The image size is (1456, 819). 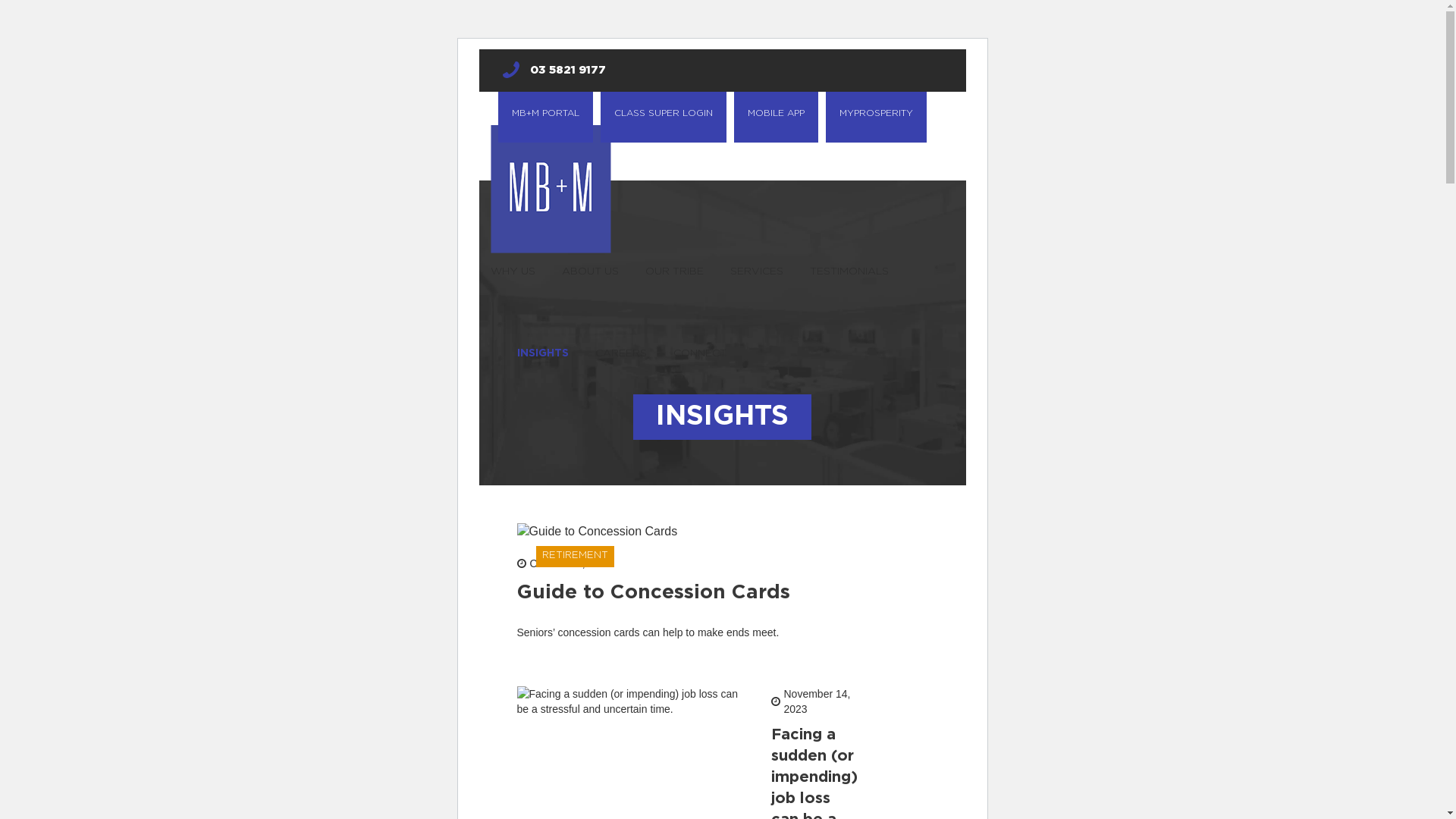 I want to click on 'MOBILE APP', so click(x=776, y=116).